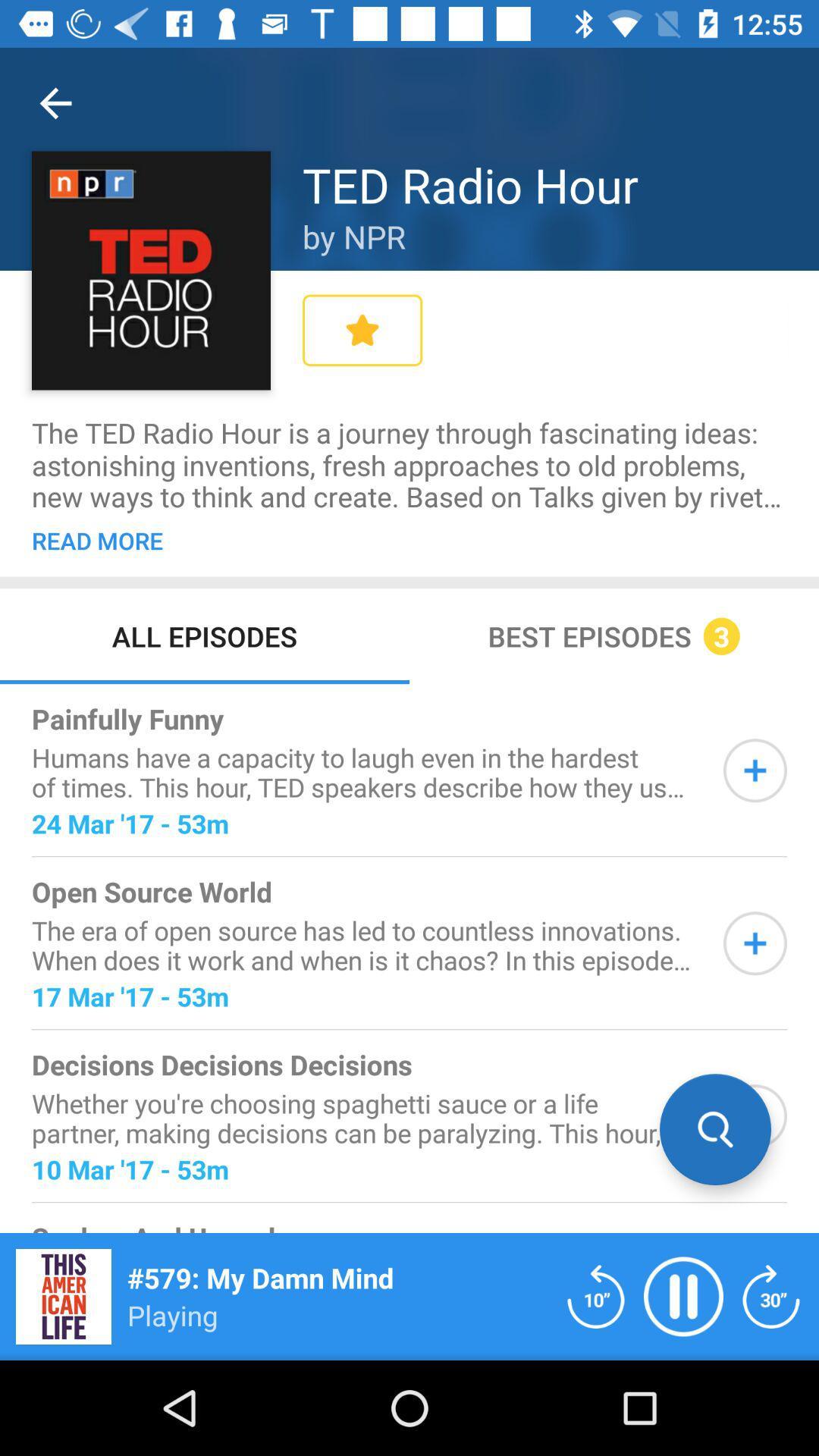 This screenshot has height=1456, width=819. Describe the element at coordinates (755, 770) in the screenshot. I see `this to queue` at that location.